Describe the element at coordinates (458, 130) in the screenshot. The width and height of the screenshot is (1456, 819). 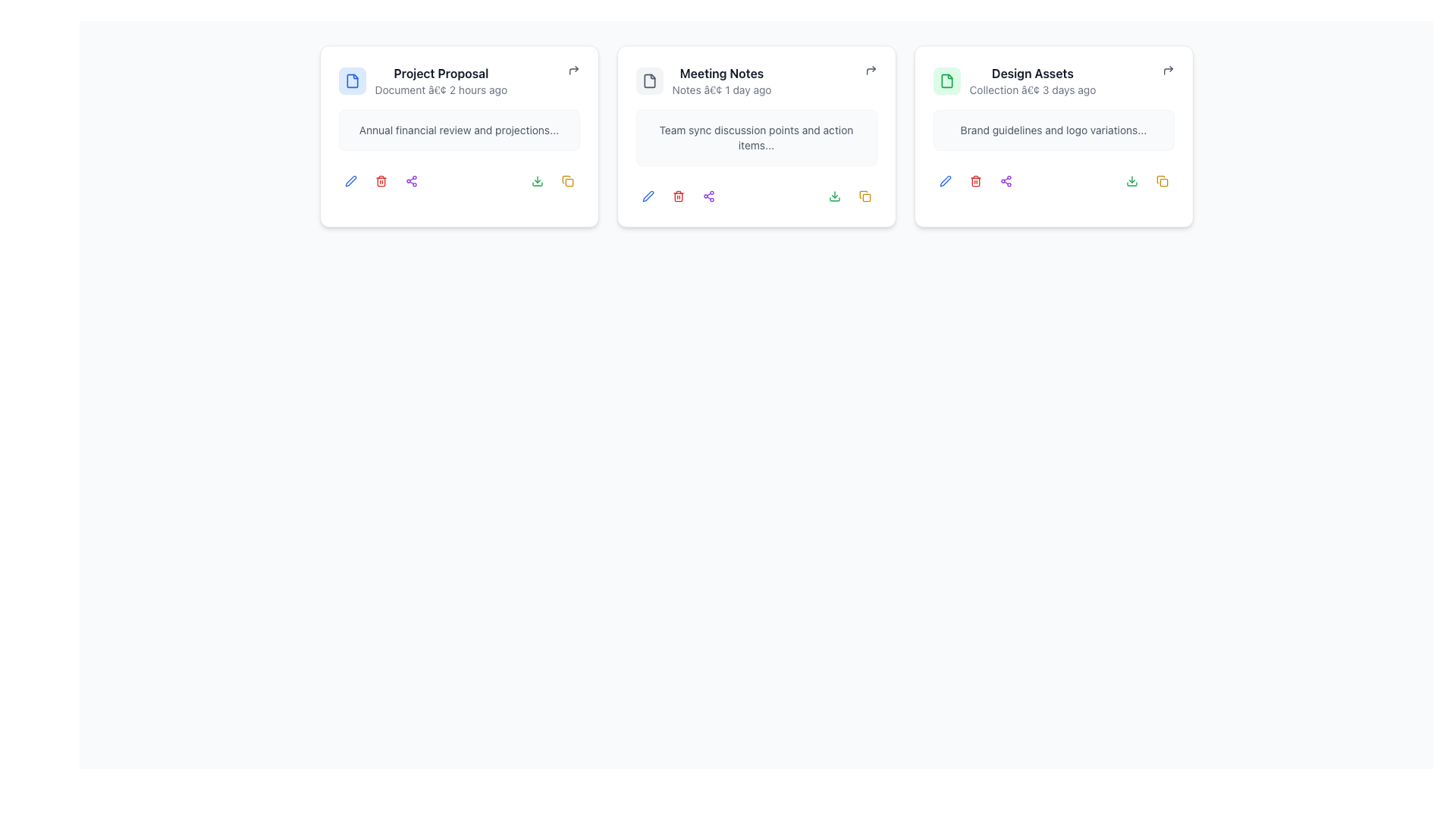
I see `the Text display field located within the 'Project Proposal' card, which provides a summary or description of the related document` at that location.